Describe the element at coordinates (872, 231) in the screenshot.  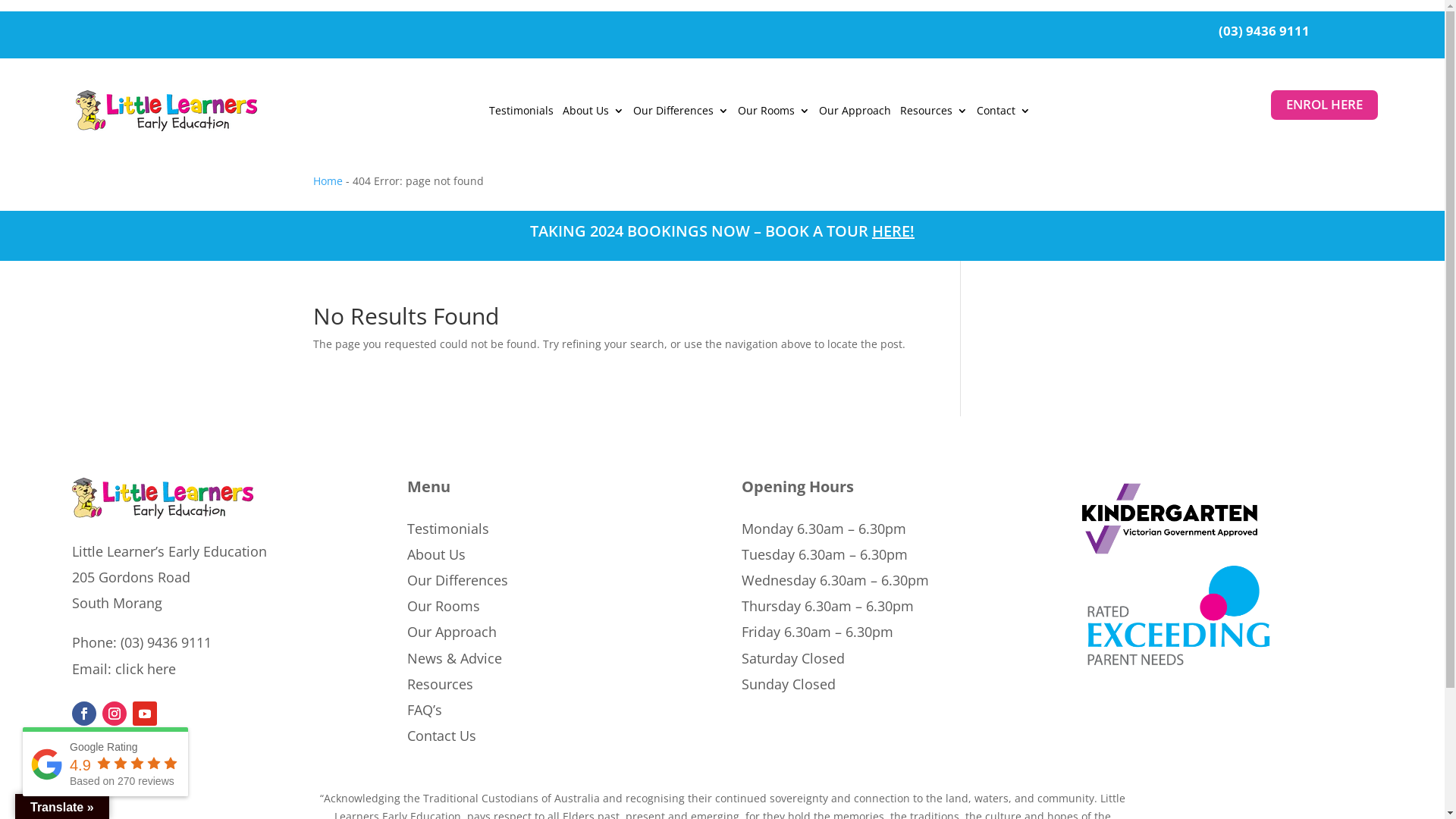
I see `'HERE'` at that location.